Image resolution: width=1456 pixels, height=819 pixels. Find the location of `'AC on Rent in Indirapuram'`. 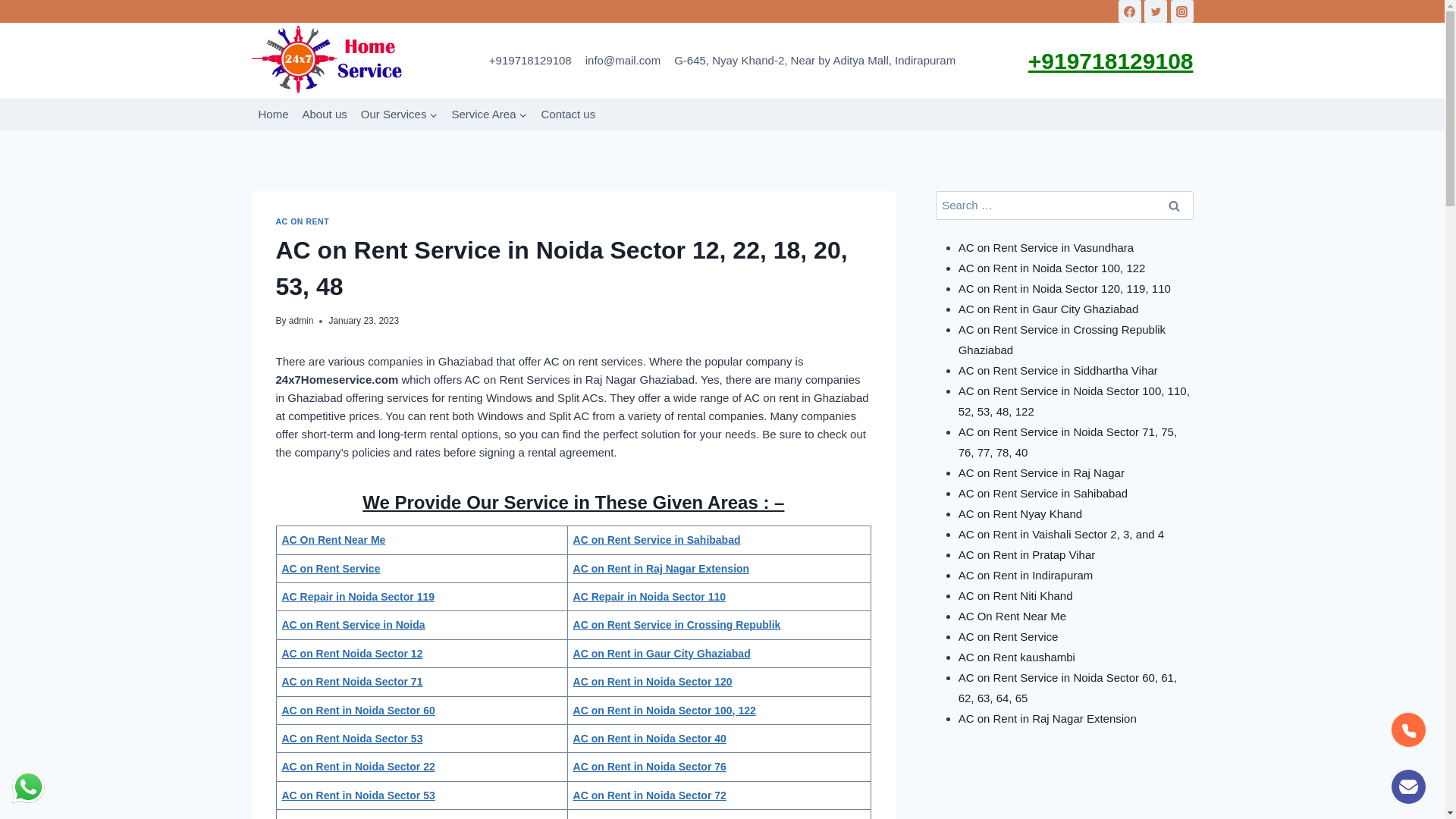

'AC on Rent in Indirapuram' is located at coordinates (1026, 575).